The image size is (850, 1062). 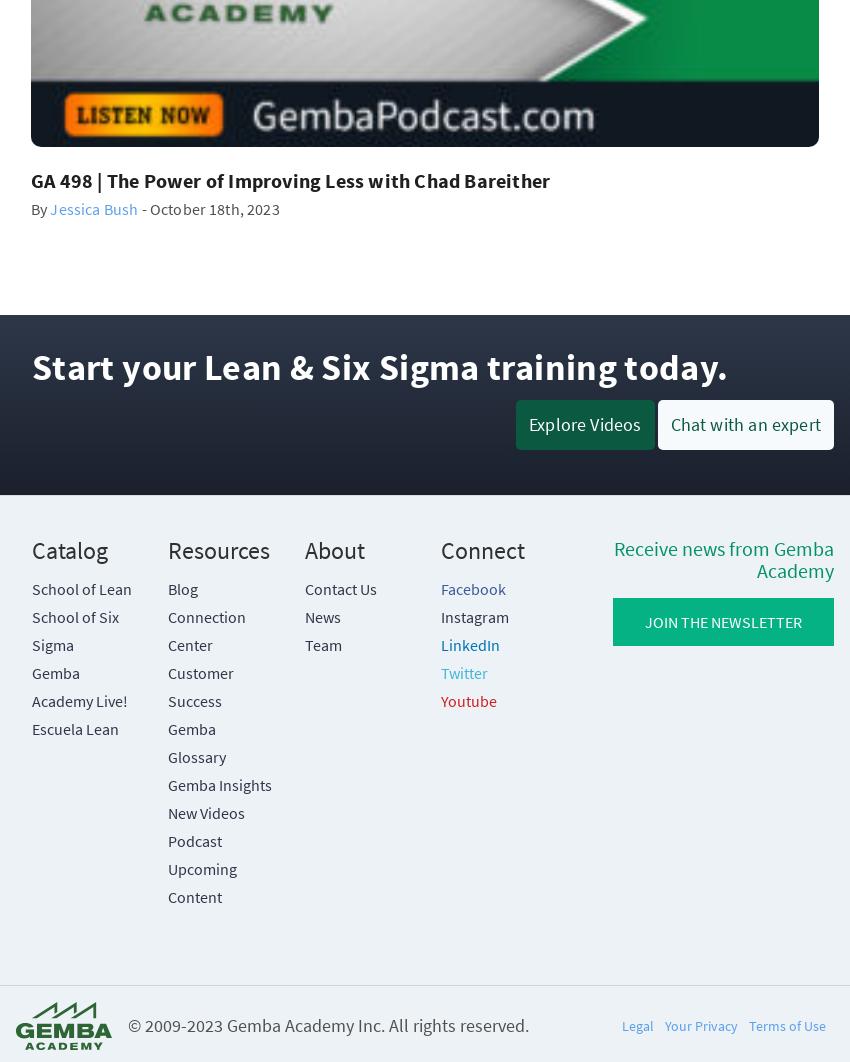 I want to click on 'Customer Success', so click(x=200, y=686).